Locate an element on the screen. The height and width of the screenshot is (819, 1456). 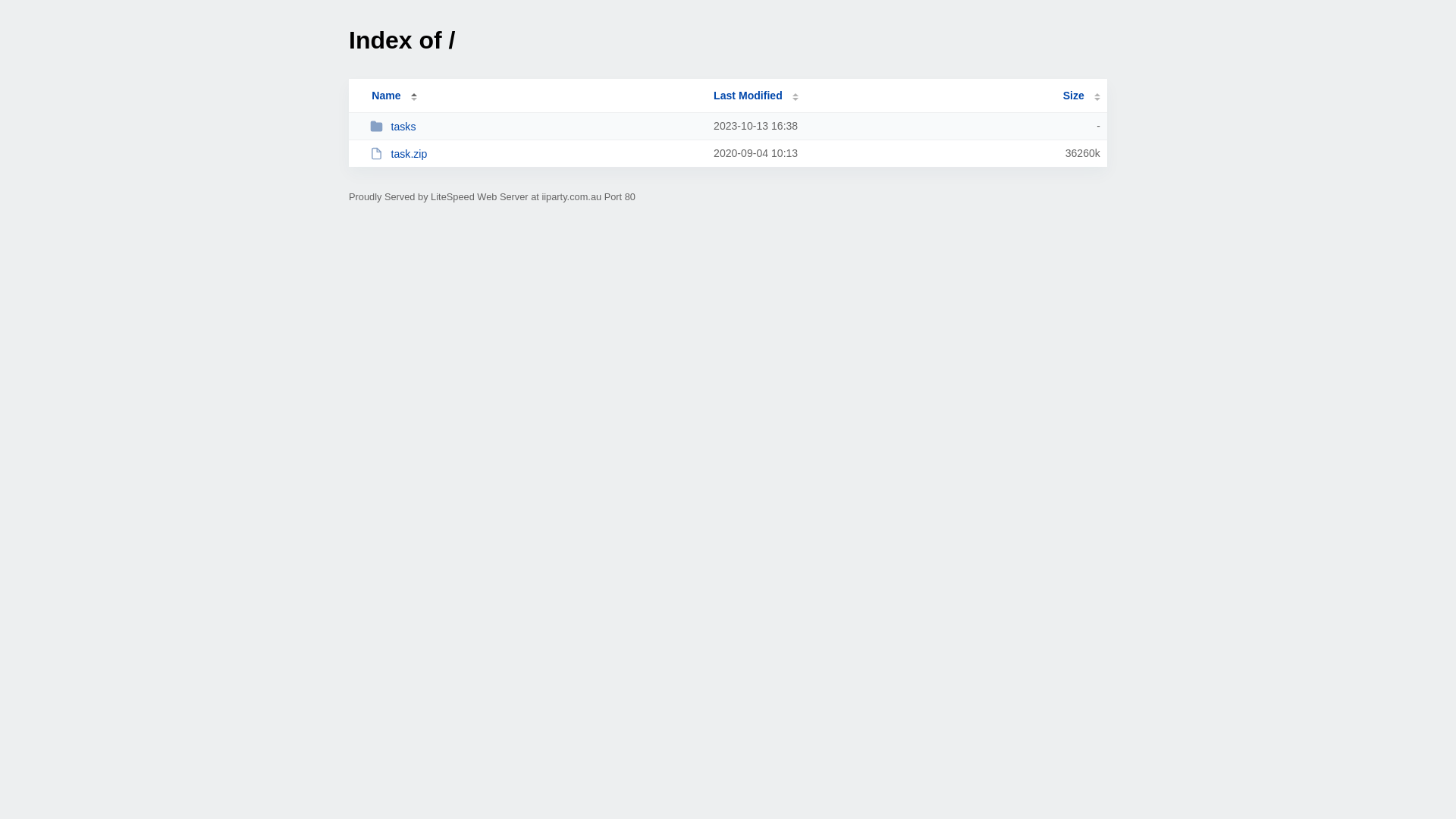
'Name' is located at coordinates (385, 96).